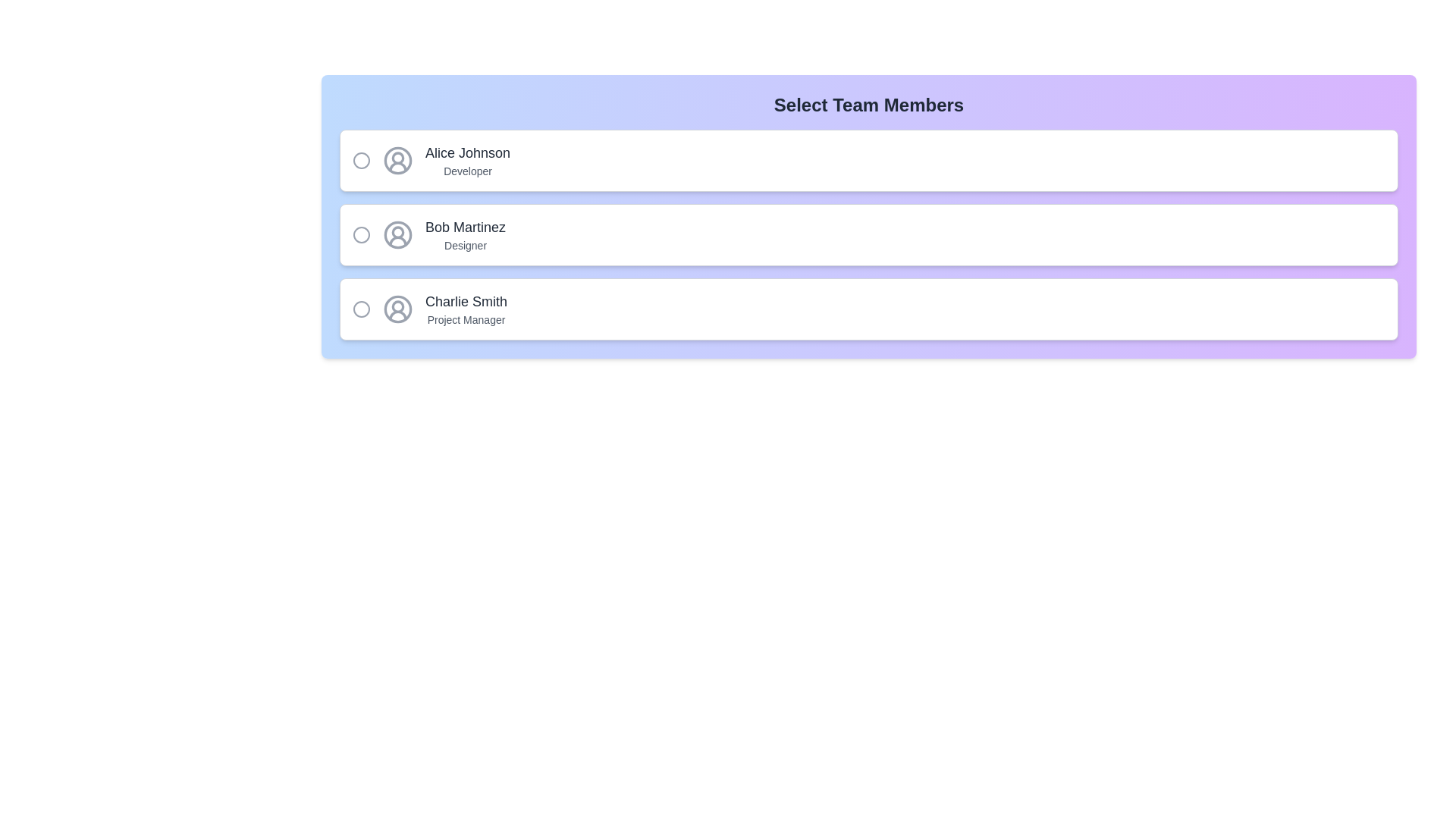 The image size is (1456, 819). I want to click on text display element containing the name 'Charlie Smith' and the title 'Project Manager', which is located as the third selectable item under 'Select Team Members', so click(465, 309).